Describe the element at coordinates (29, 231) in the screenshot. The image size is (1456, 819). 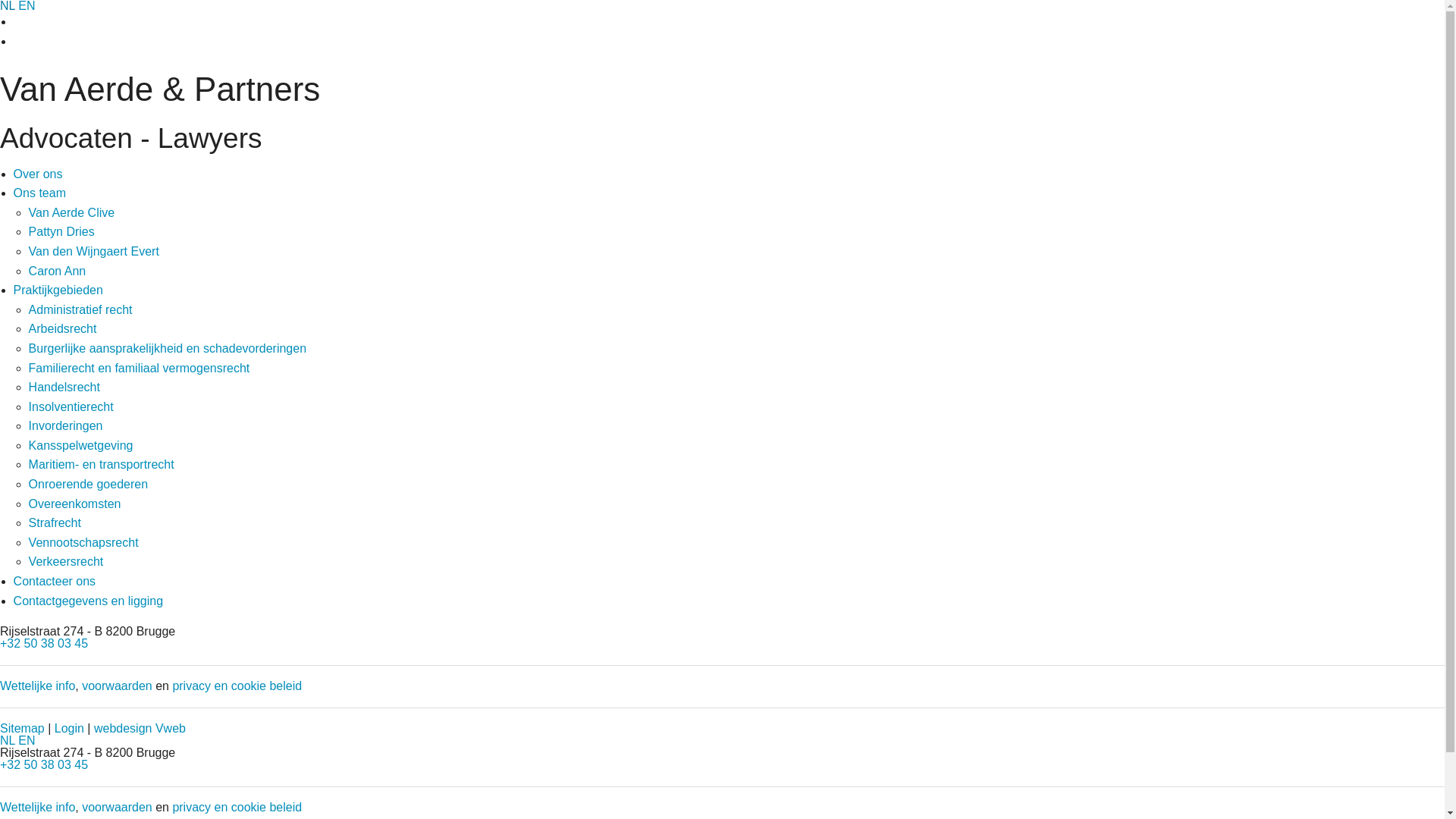
I see `'Pattyn Dries'` at that location.